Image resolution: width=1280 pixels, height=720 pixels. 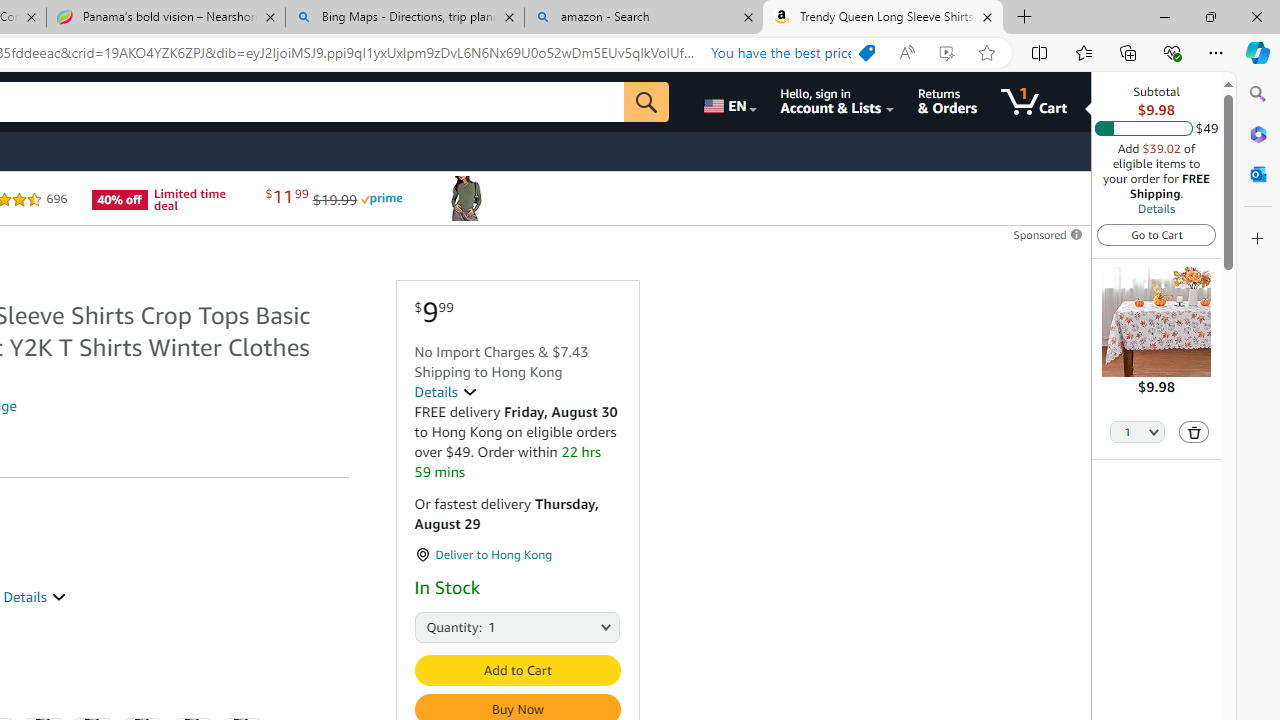 I want to click on 'Prime', so click(x=381, y=199).